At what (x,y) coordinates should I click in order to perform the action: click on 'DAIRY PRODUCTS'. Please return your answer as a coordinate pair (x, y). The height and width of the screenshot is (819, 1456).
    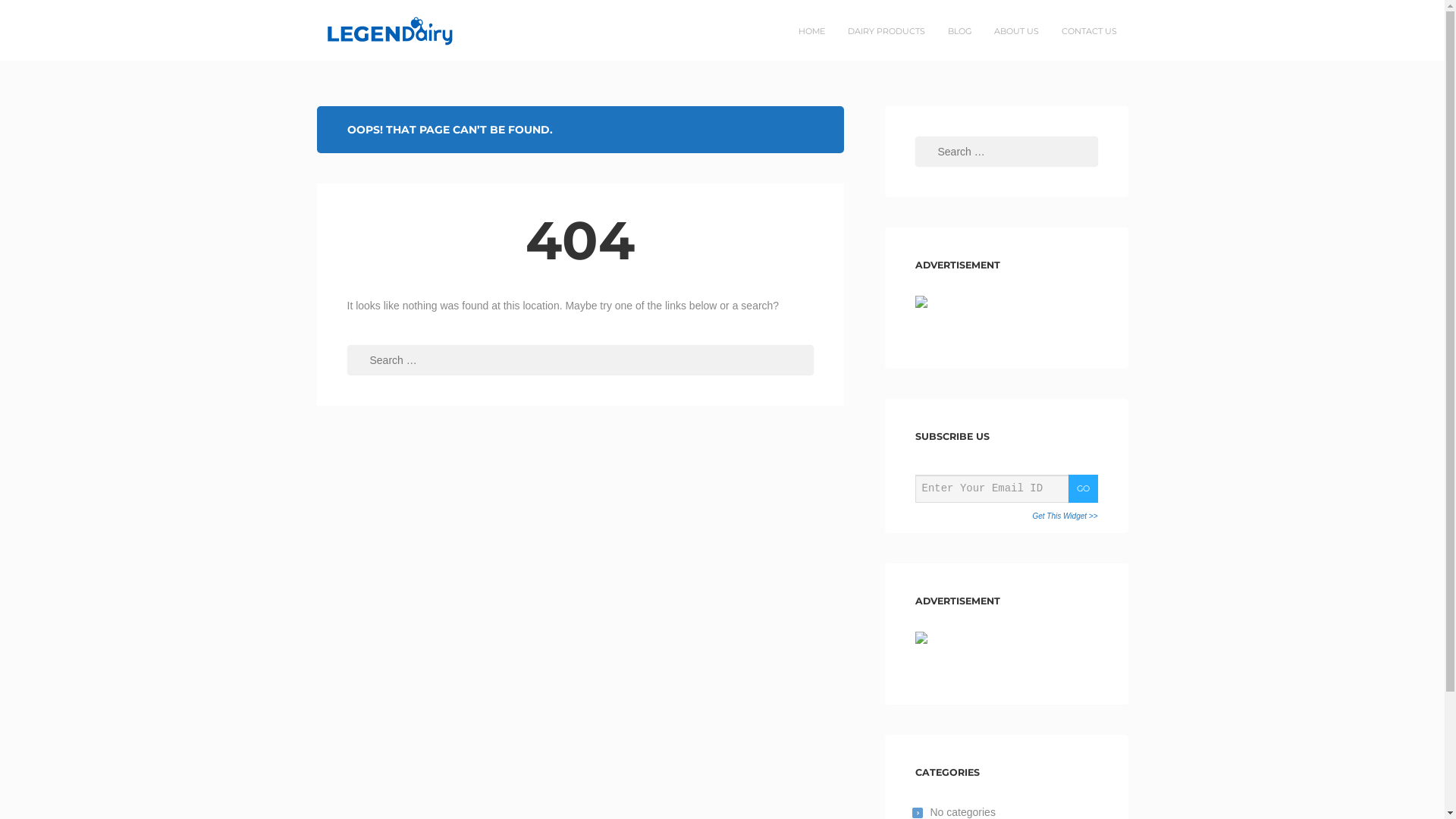
    Looking at the image, I should click on (885, 31).